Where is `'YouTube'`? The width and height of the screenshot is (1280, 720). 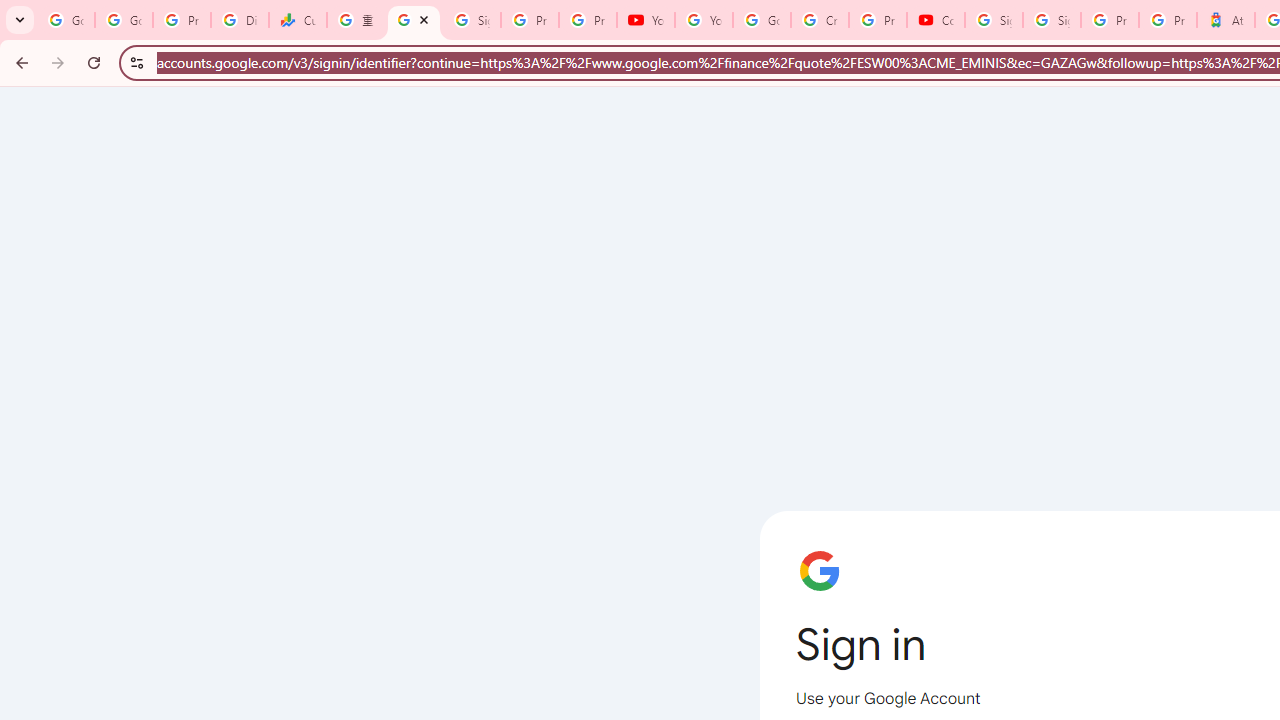
'YouTube' is located at coordinates (704, 20).